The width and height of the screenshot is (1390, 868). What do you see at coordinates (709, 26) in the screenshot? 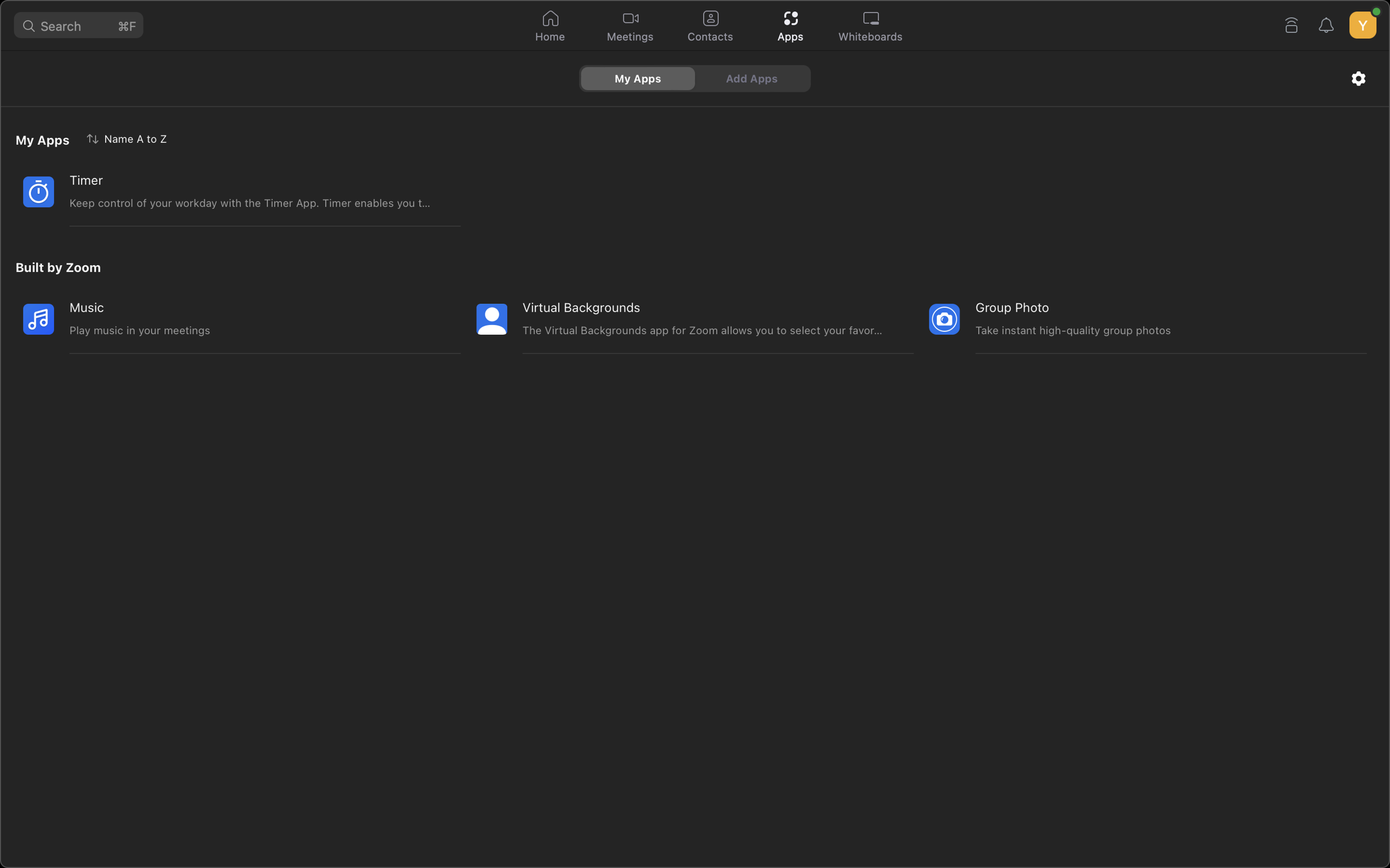
I see `Navigate and search "Indiana Jones" in the digital contacts directory` at bounding box center [709, 26].